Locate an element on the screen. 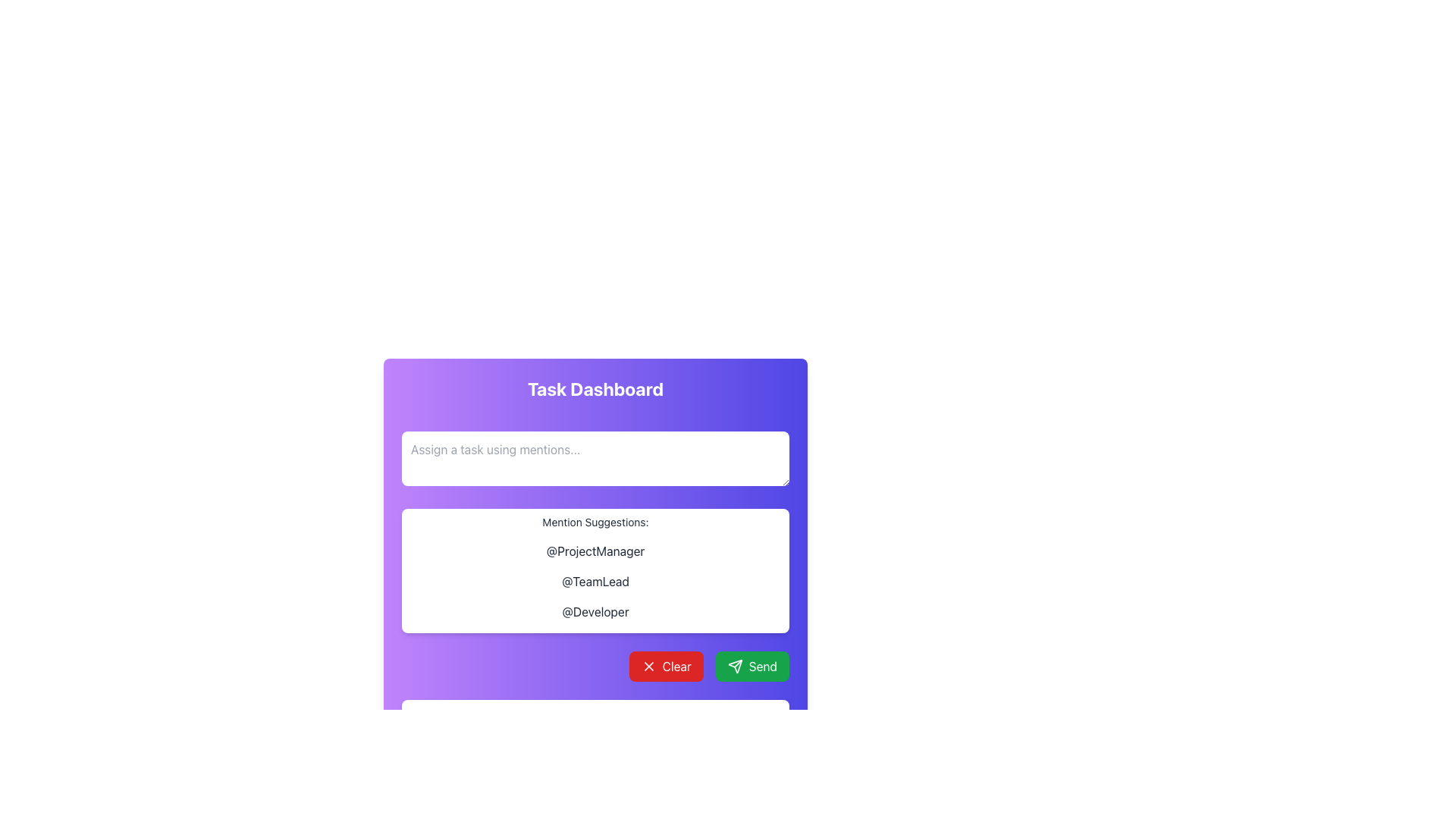  the 'Send' button that contains the triangular paper plane icon, located in the lower right corner of the interface is located at coordinates (735, 666).